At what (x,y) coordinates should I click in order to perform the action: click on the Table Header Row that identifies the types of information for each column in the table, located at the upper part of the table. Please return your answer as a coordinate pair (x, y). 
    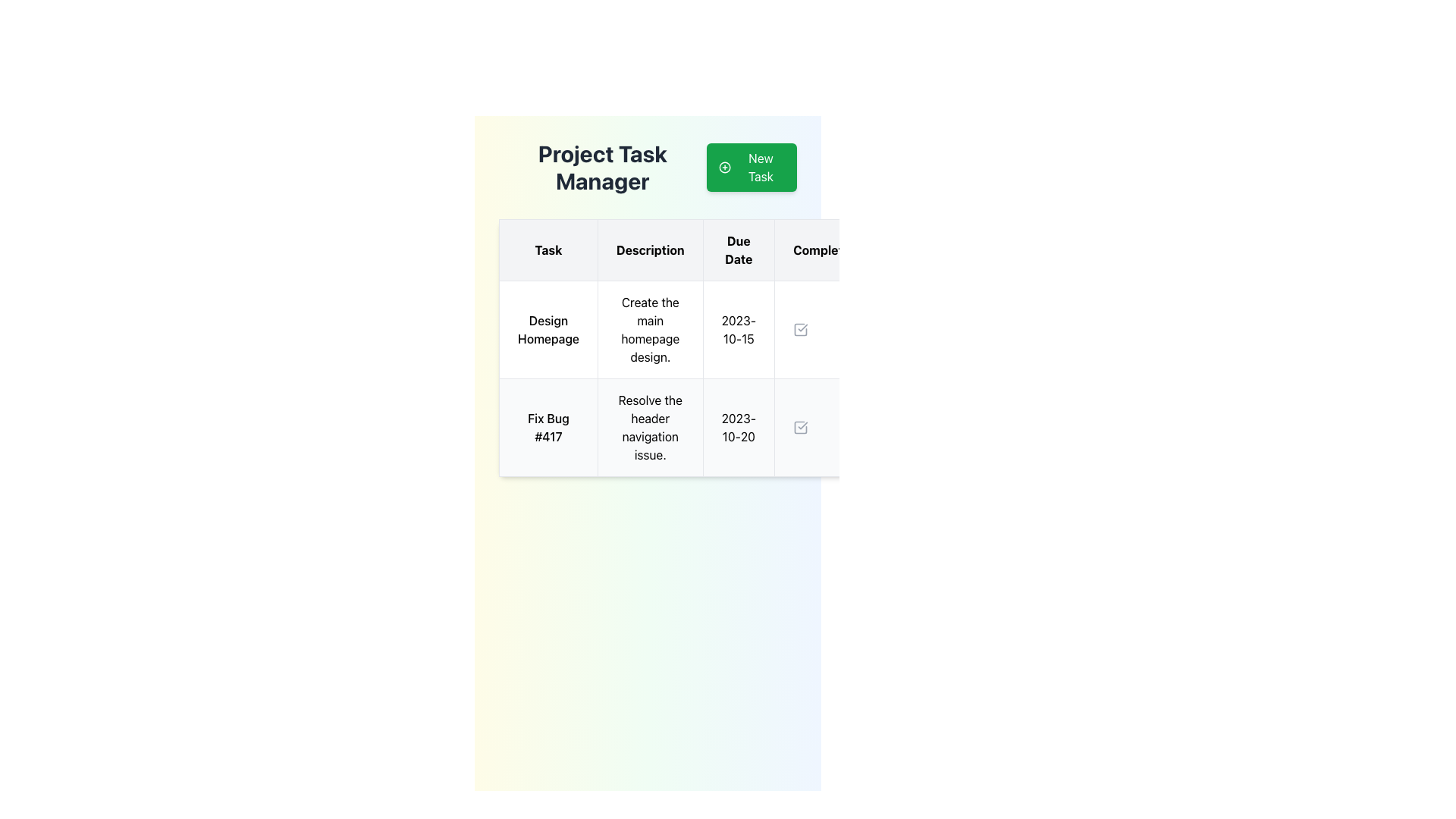
    Looking at the image, I should click on (723, 249).